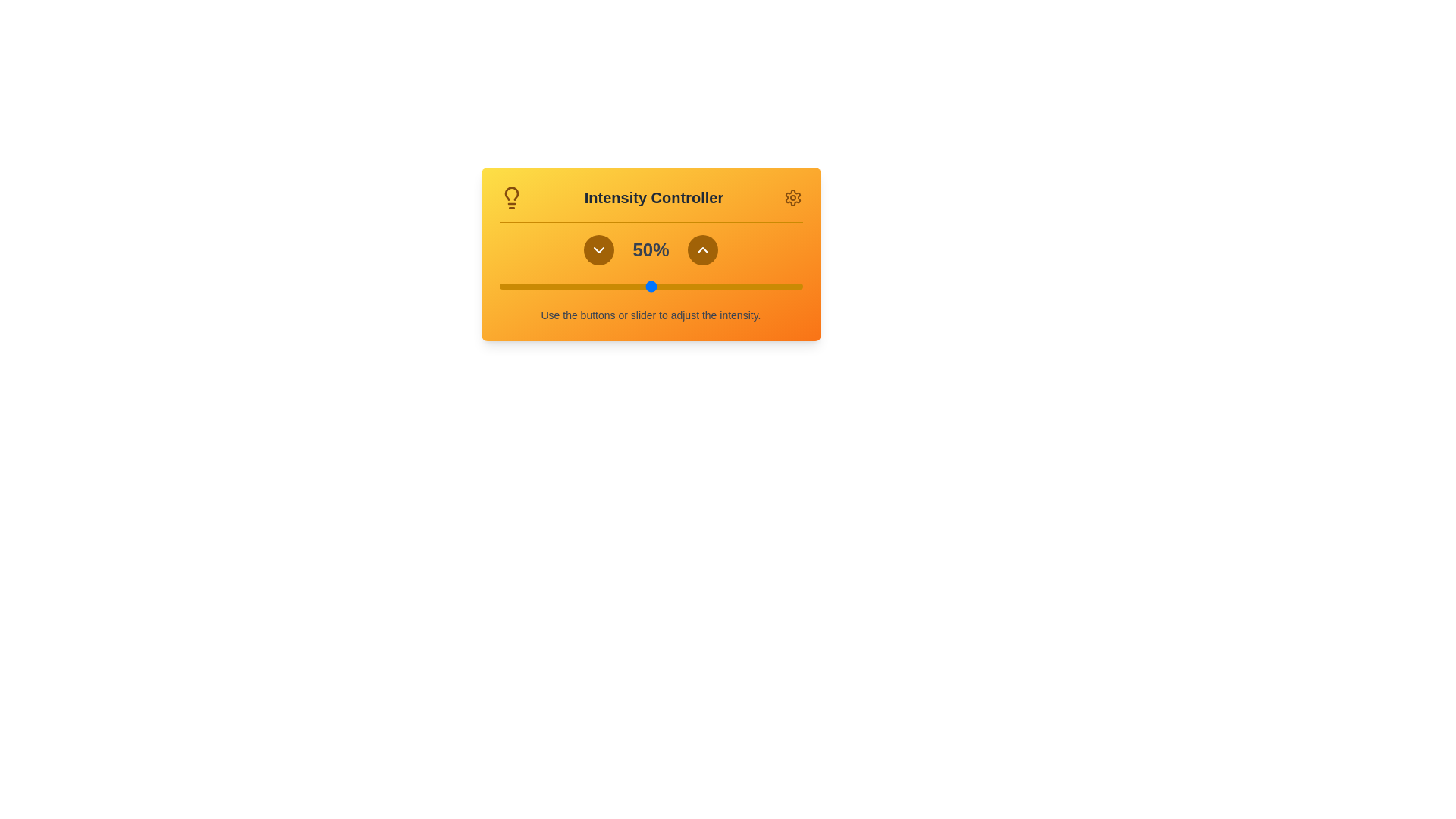 The width and height of the screenshot is (1456, 819). I want to click on the lightbulb icon located at the upper-left corner of the 'Intensity Controller' card, which symbolizes the intensity control feature, so click(511, 197).